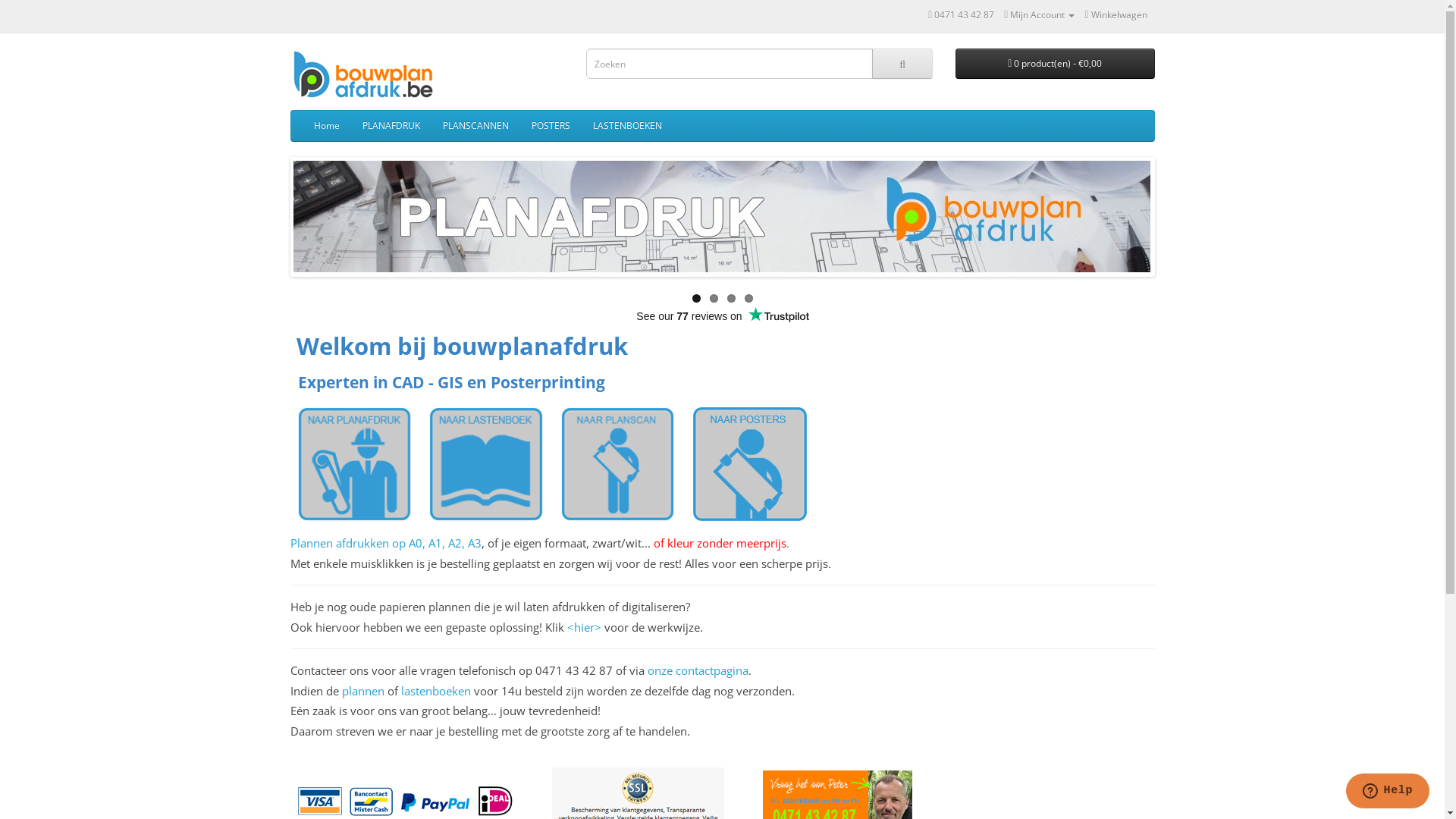  Describe the element at coordinates (583, 626) in the screenshot. I see `'<hier>'` at that location.